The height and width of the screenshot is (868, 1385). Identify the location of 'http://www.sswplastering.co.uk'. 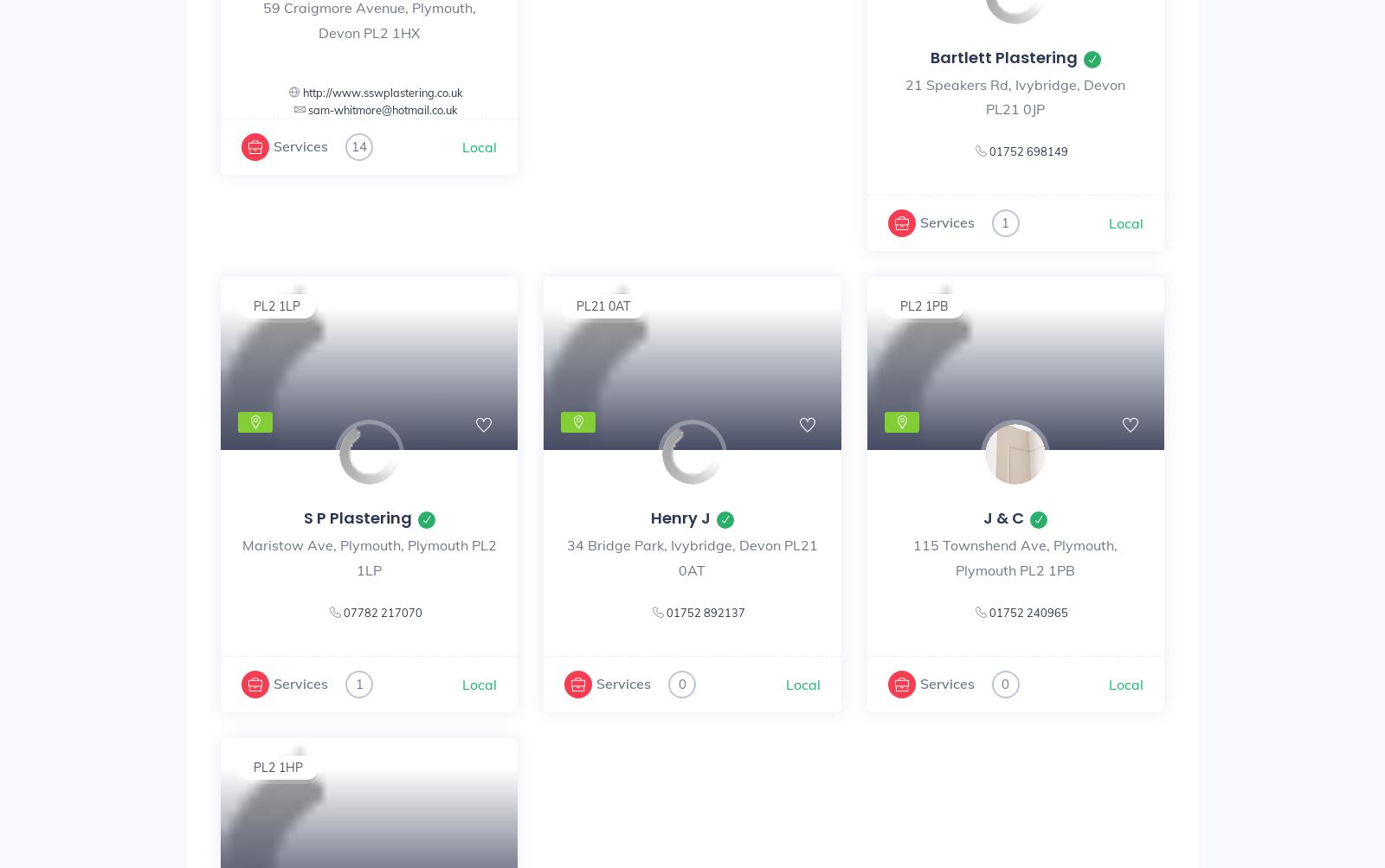
(381, 91).